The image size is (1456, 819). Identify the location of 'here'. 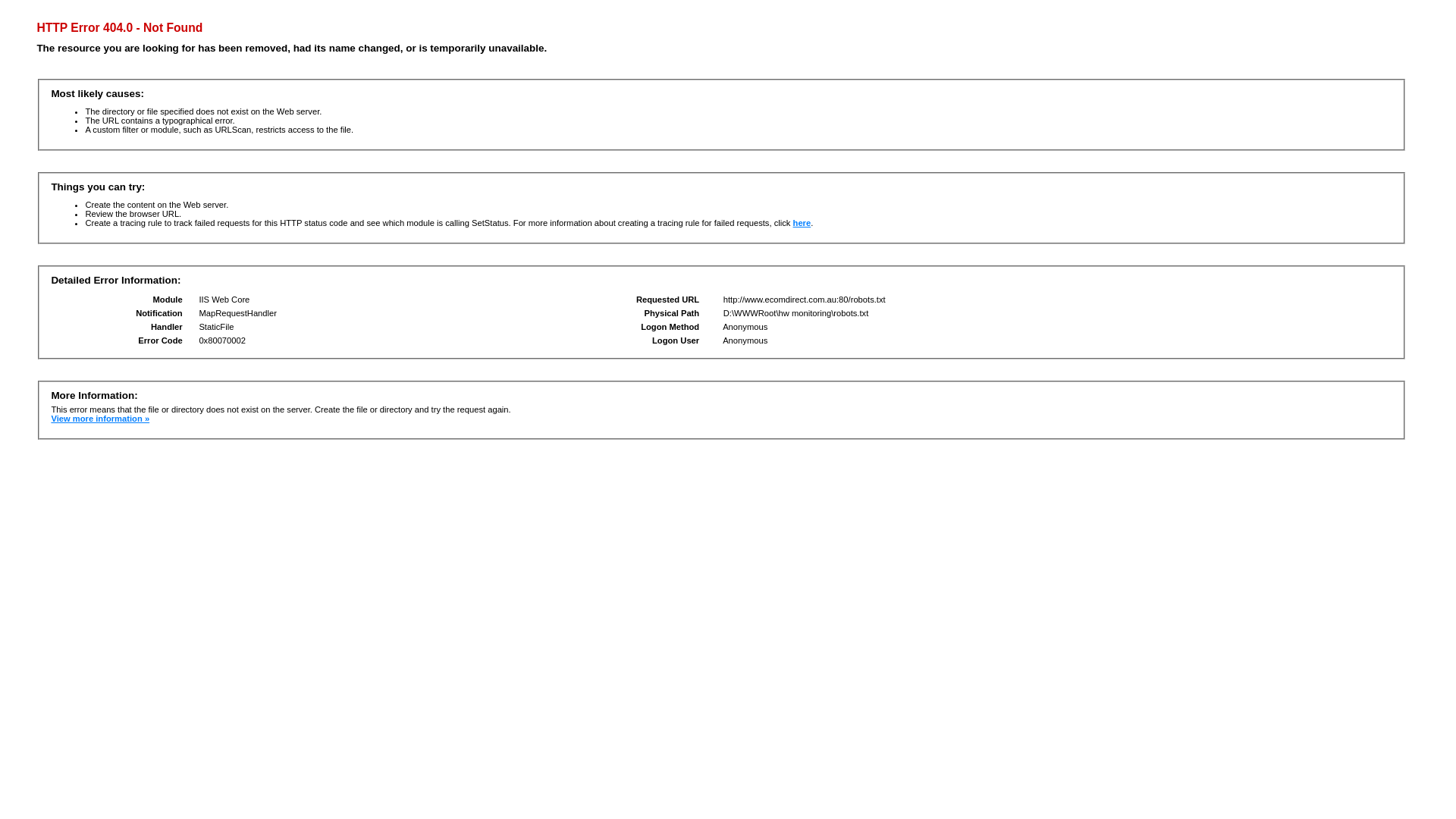
(801, 222).